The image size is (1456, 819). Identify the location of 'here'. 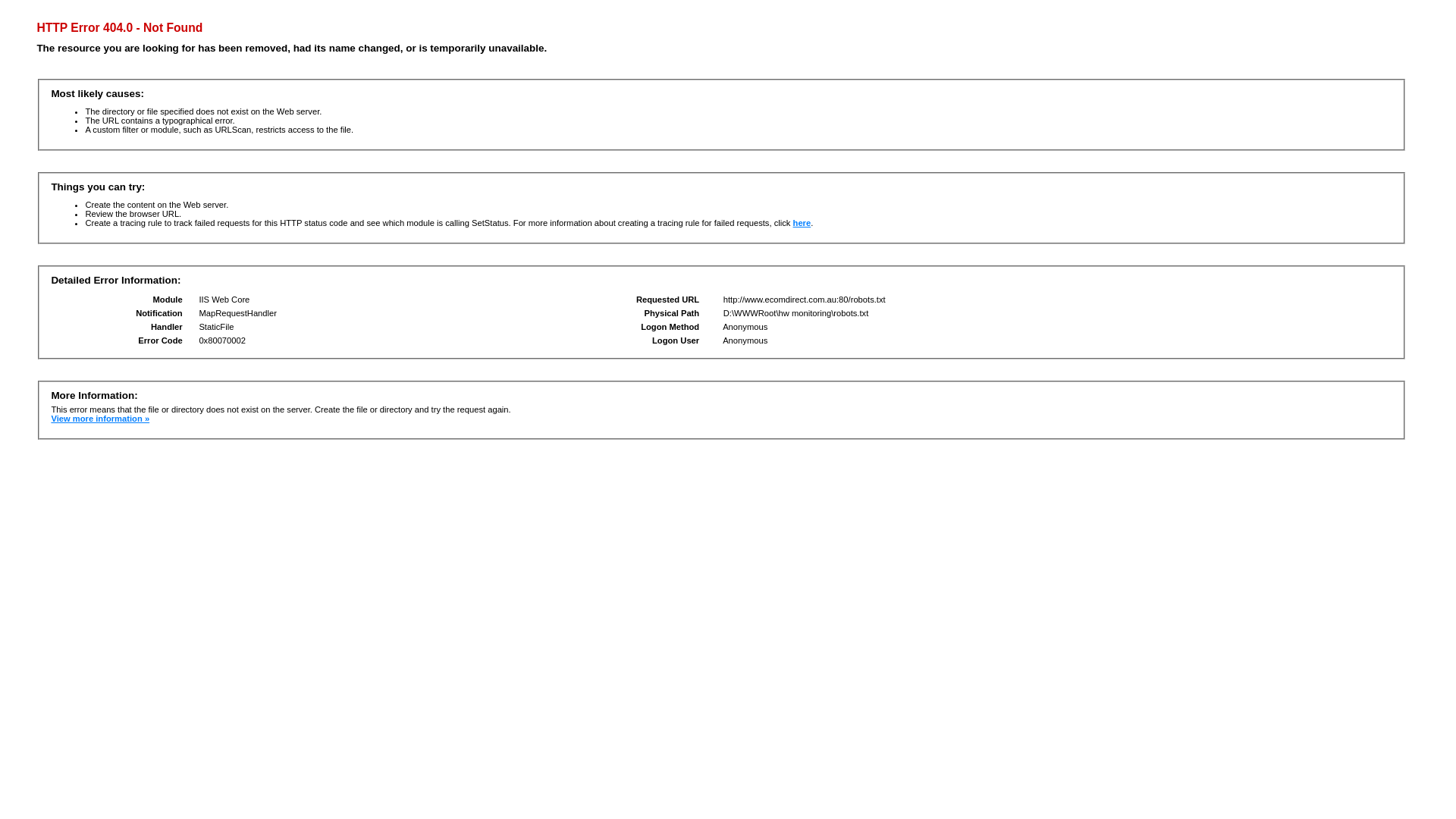
(801, 222).